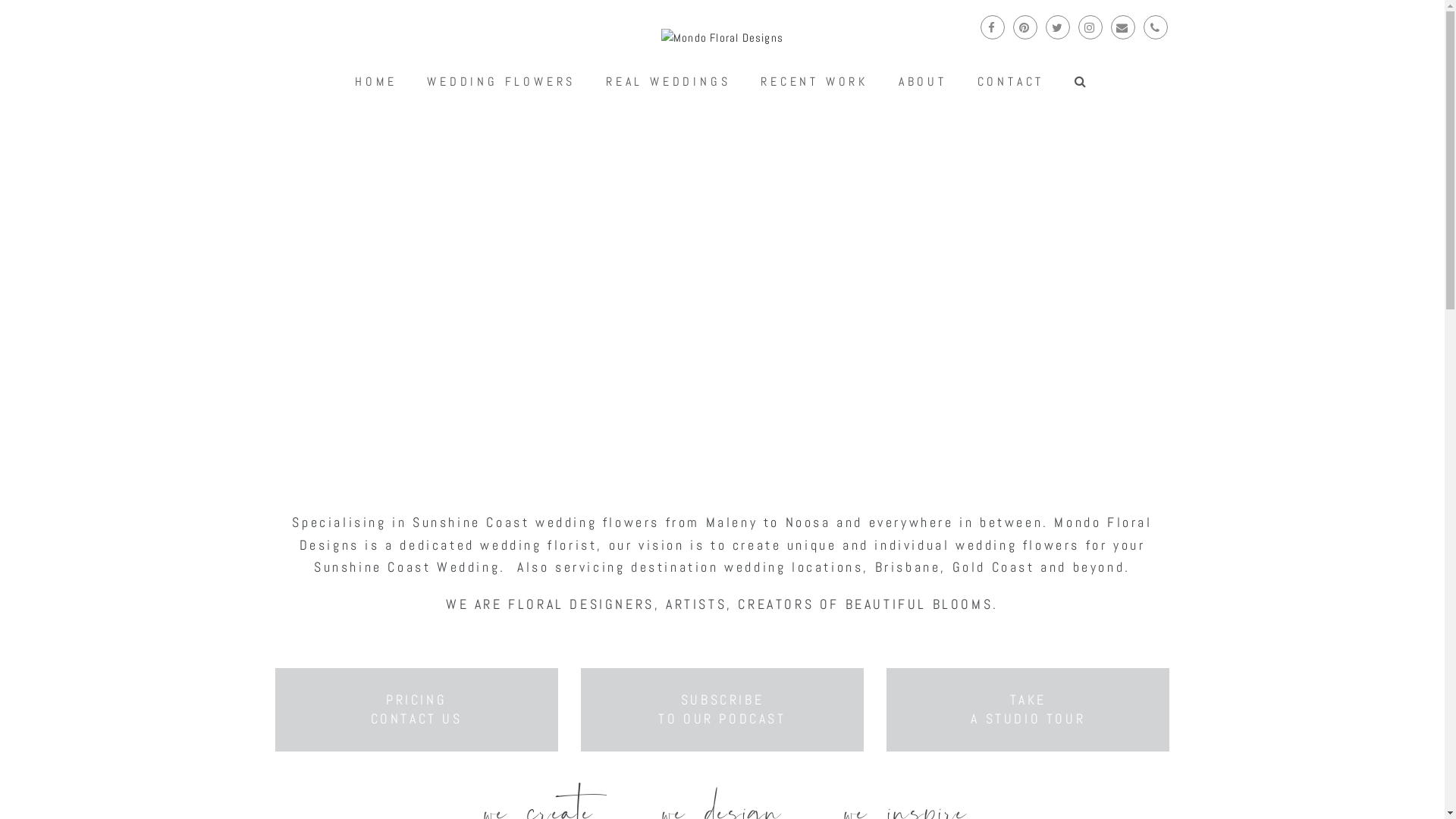 This screenshot has height=819, width=1456. Describe the element at coordinates (813, 82) in the screenshot. I see `'RECENT WORK'` at that location.